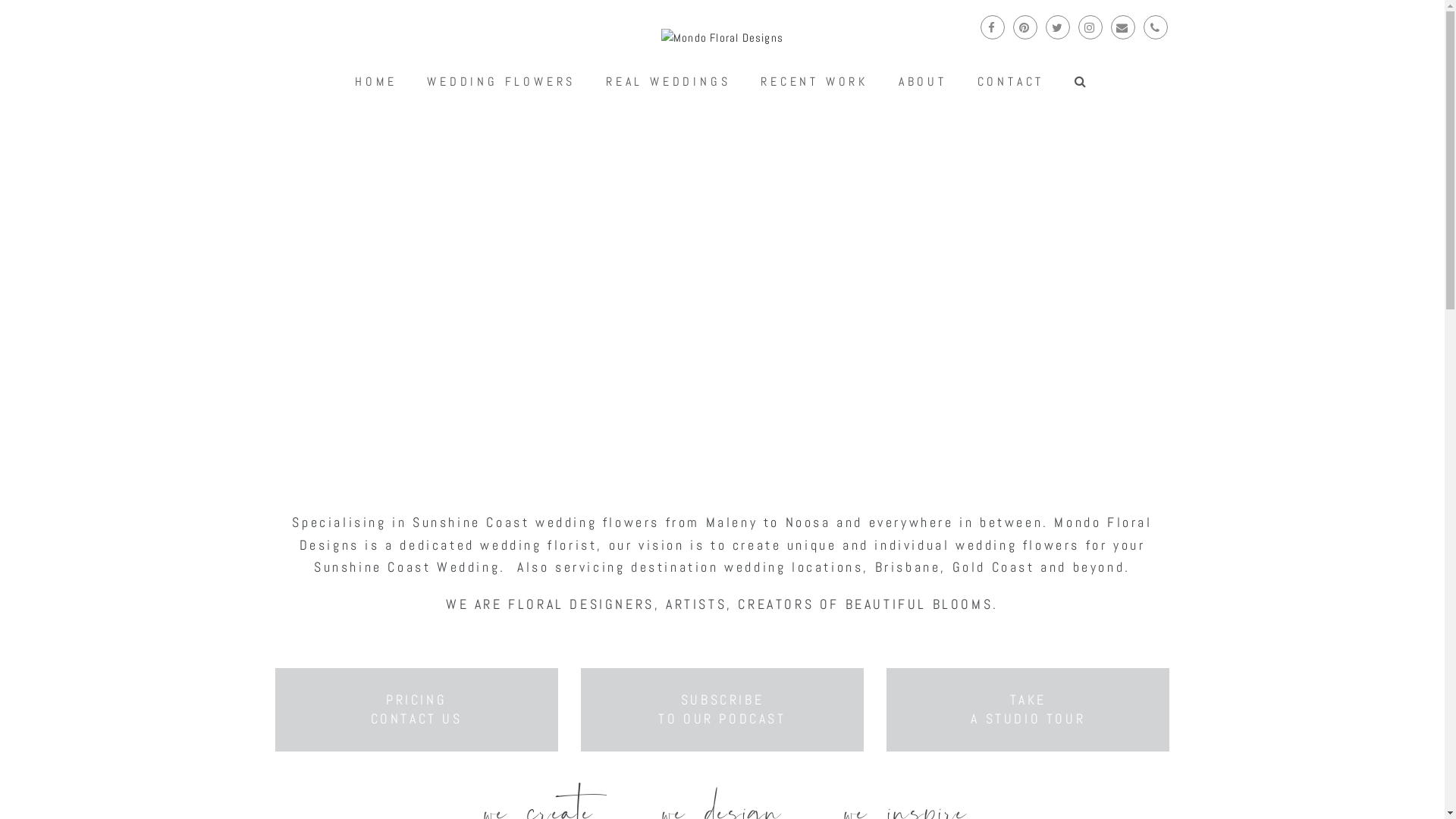 This screenshot has height=819, width=1456. Describe the element at coordinates (813, 82) in the screenshot. I see `'RECENT WORK'` at that location.